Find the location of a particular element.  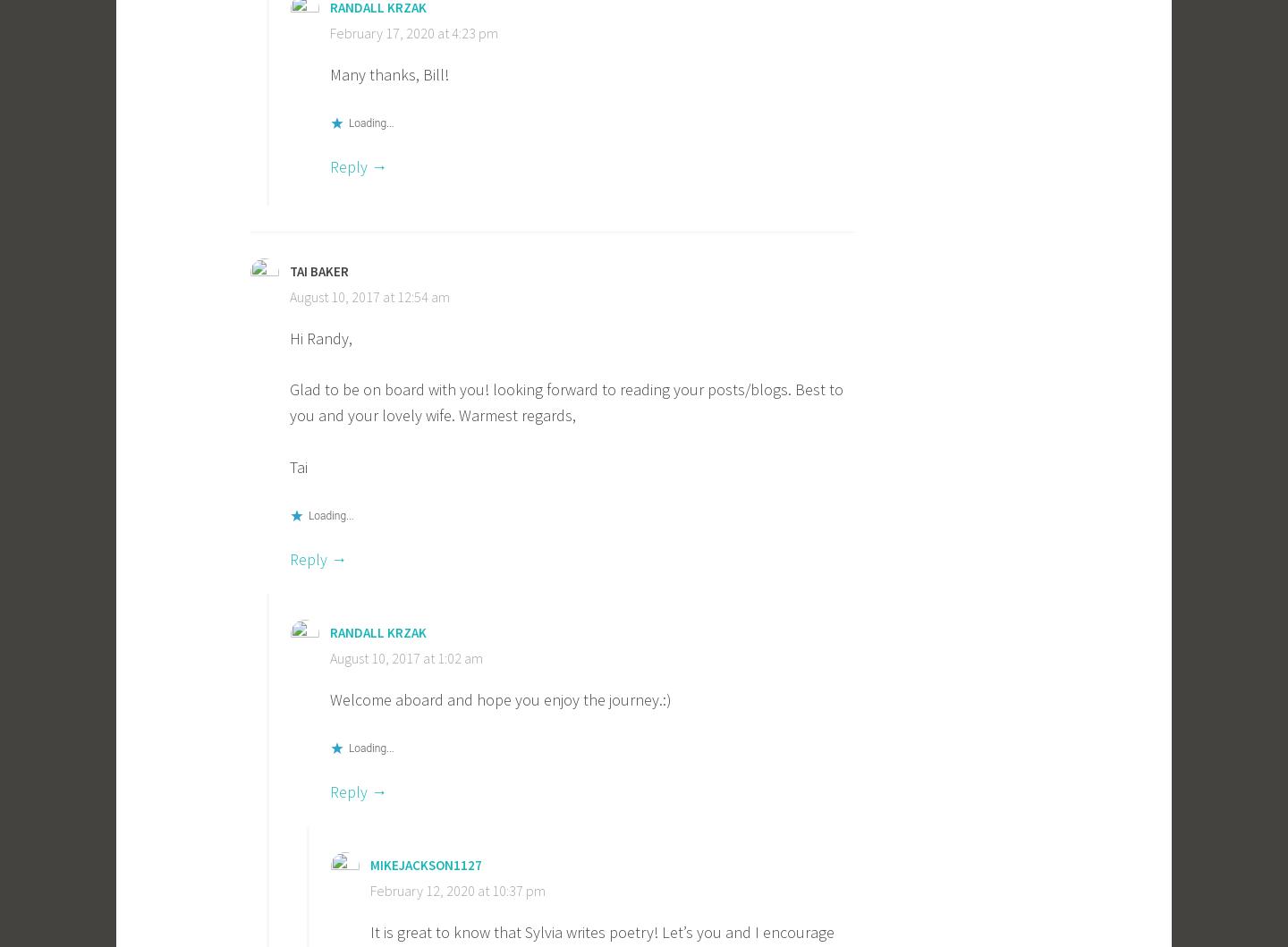

'Tai' is located at coordinates (298, 466).